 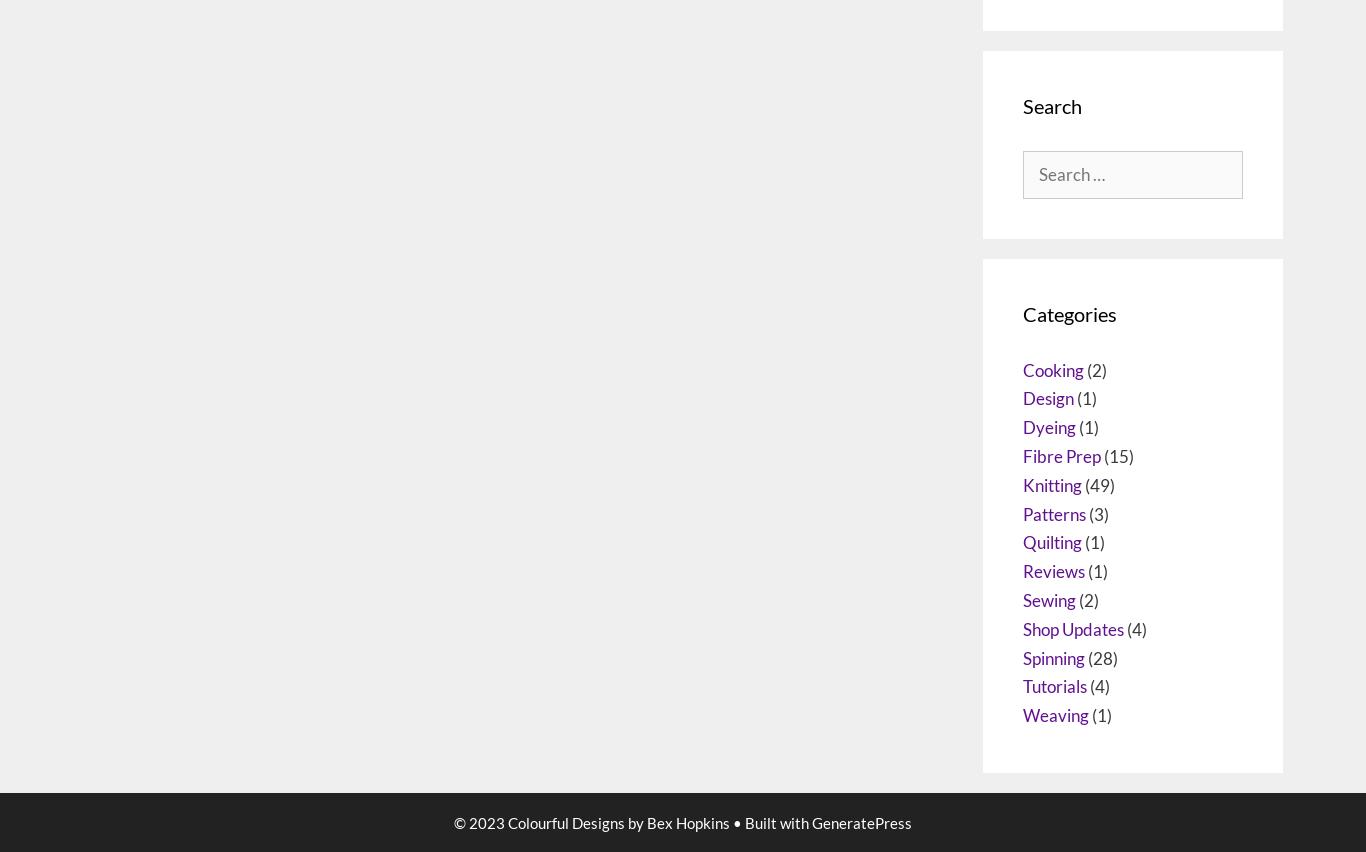 I want to click on 'Dyeing', so click(x=1048, y=576).